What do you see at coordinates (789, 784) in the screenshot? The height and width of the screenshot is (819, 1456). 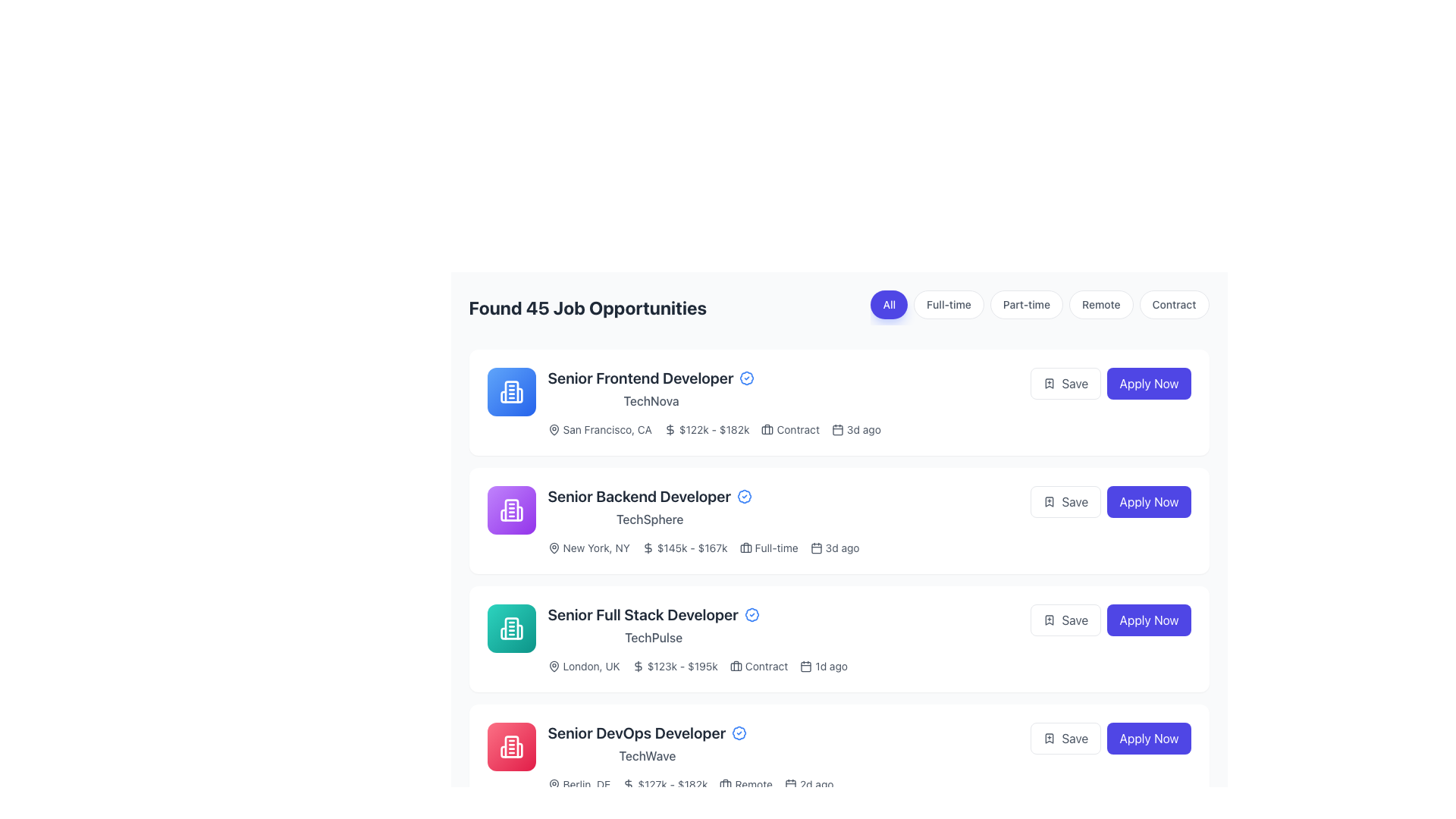 I see `the date/time indicator icon located in the bottom right corner of the 'Senior DevOps Developer' job listing card, adjacent to the text '2d ago'` at bounding box center [789, 784].